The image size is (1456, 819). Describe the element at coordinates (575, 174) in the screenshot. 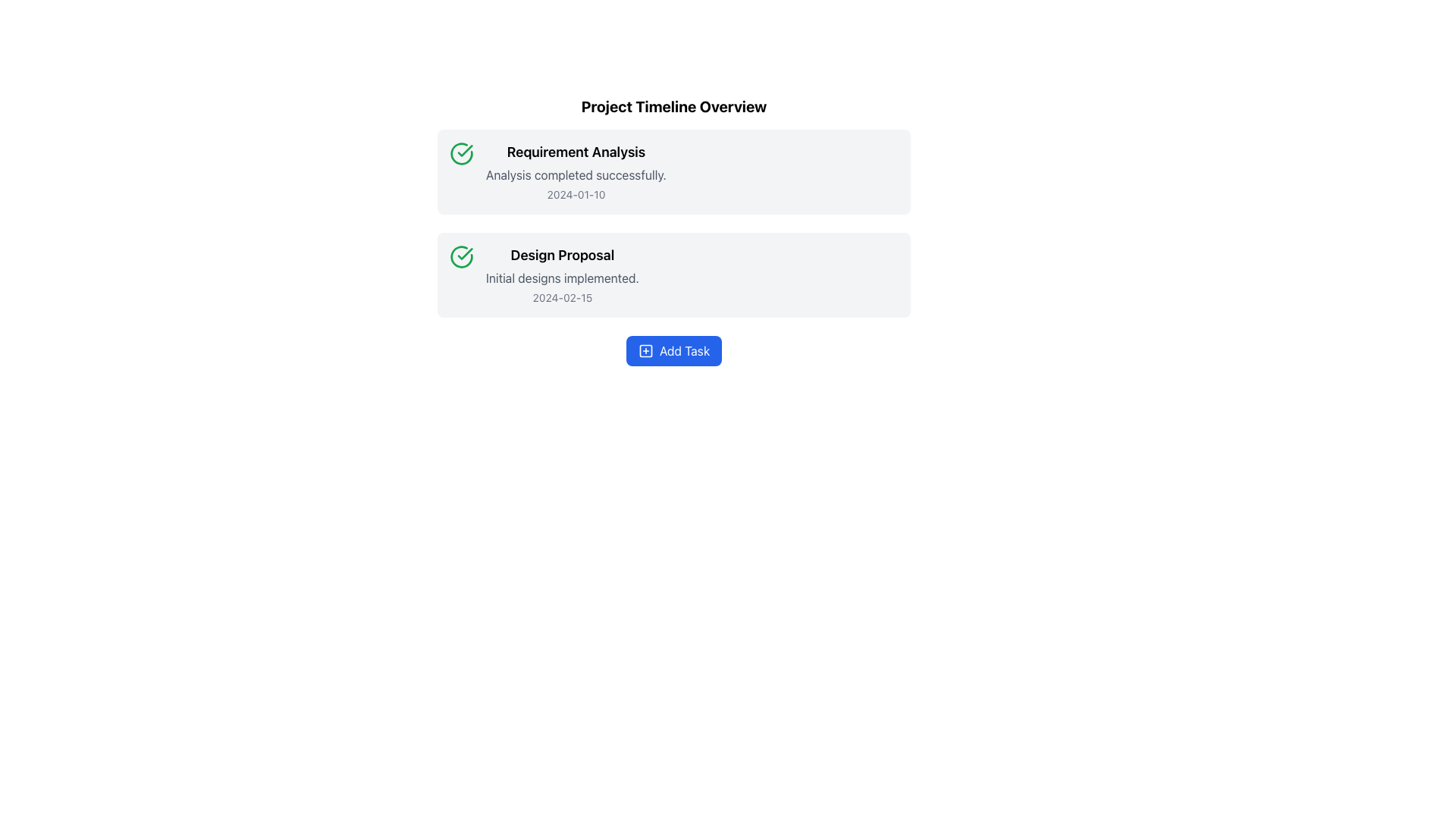

I see `the text label displaying 'Analysis completed successfully.'` at that location.